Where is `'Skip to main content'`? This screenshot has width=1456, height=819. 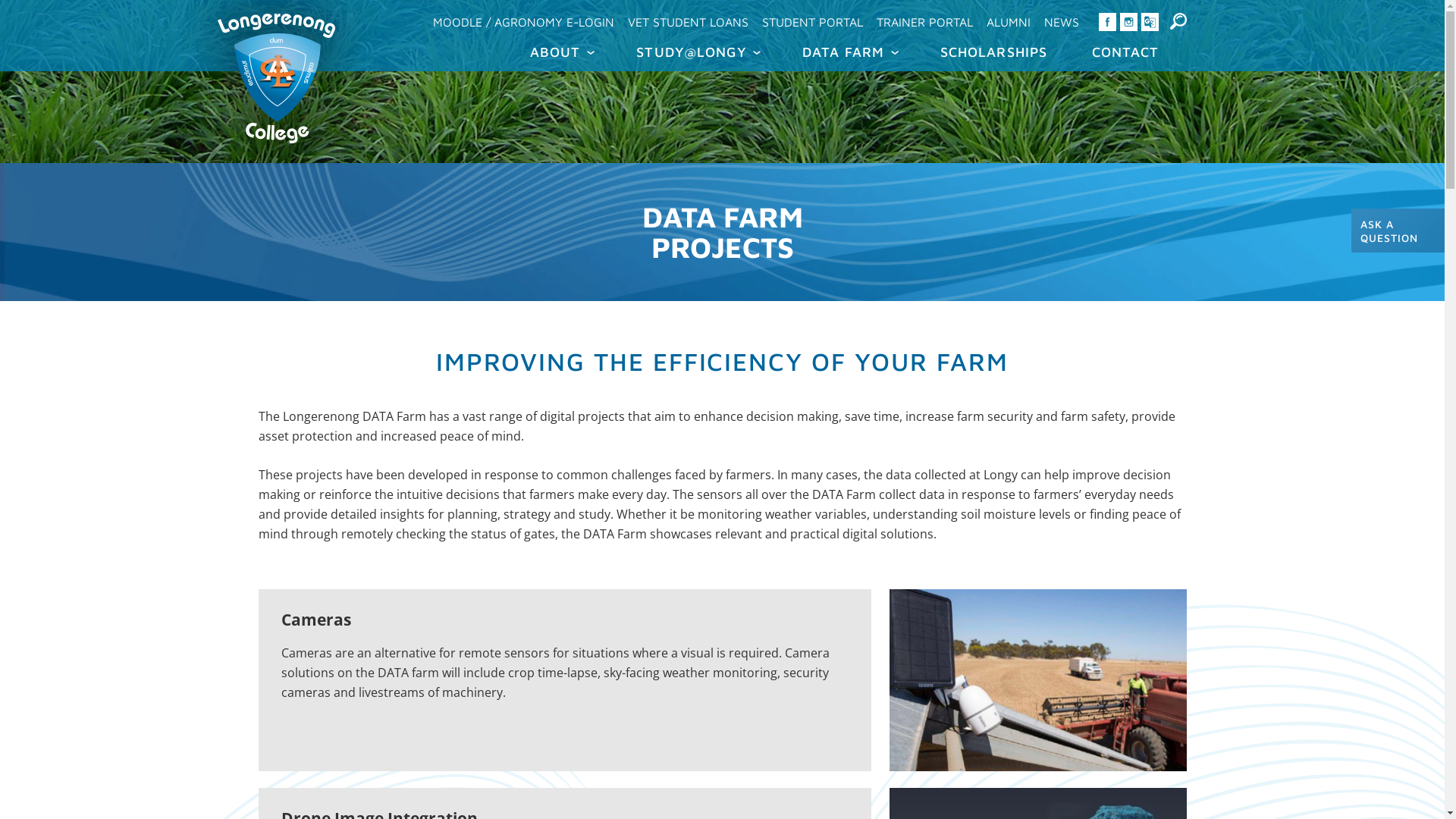 'Skip to main content' is located at coordinates (686, 2).